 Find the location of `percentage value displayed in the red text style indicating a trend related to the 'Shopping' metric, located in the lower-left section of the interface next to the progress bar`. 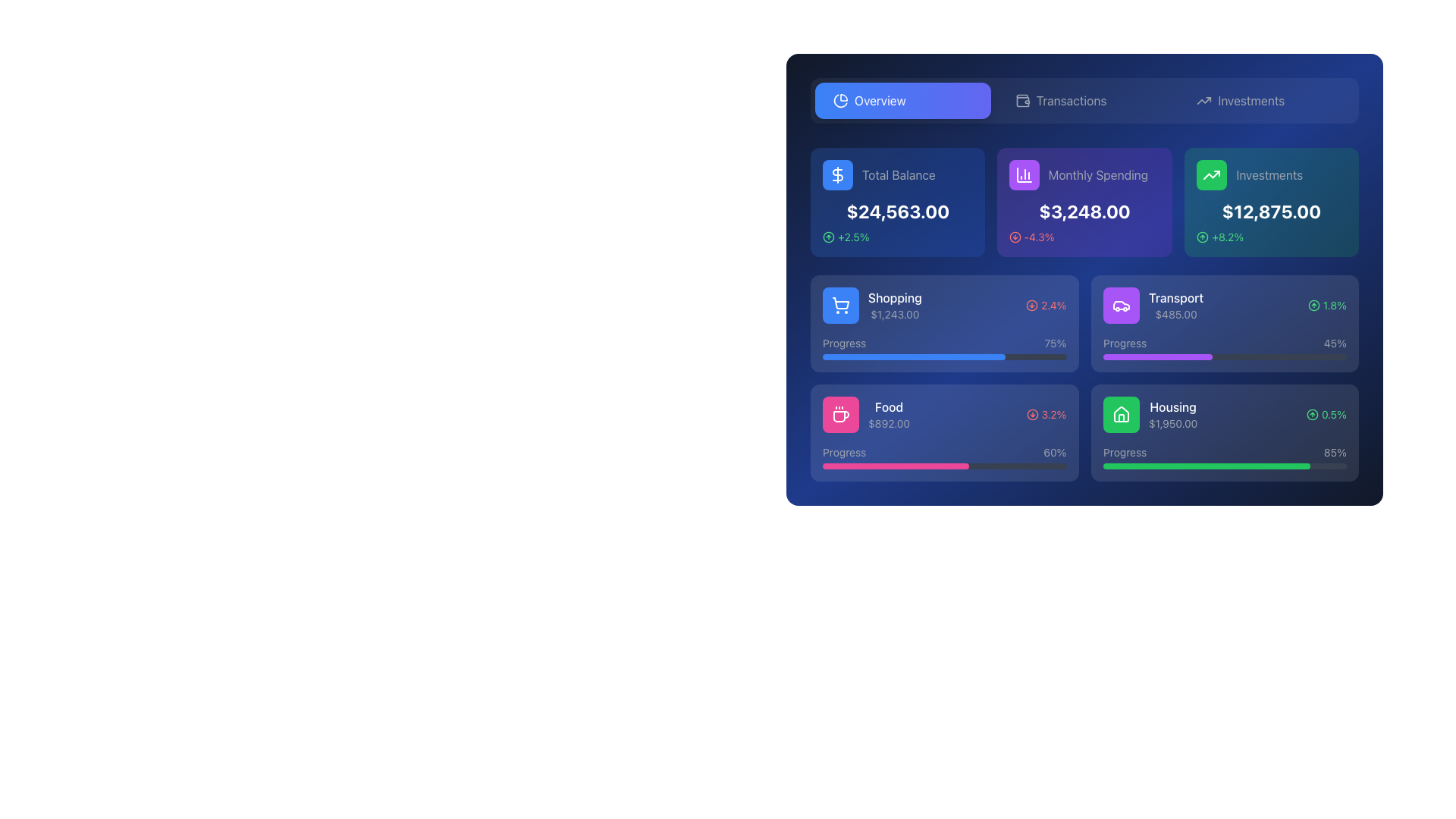

percentage value displayed in the red text style indicating a trend related to the 'Shopping' metric, located in the lower-left section of the interface next to the progress bar is located at coordinates (1053, 305).